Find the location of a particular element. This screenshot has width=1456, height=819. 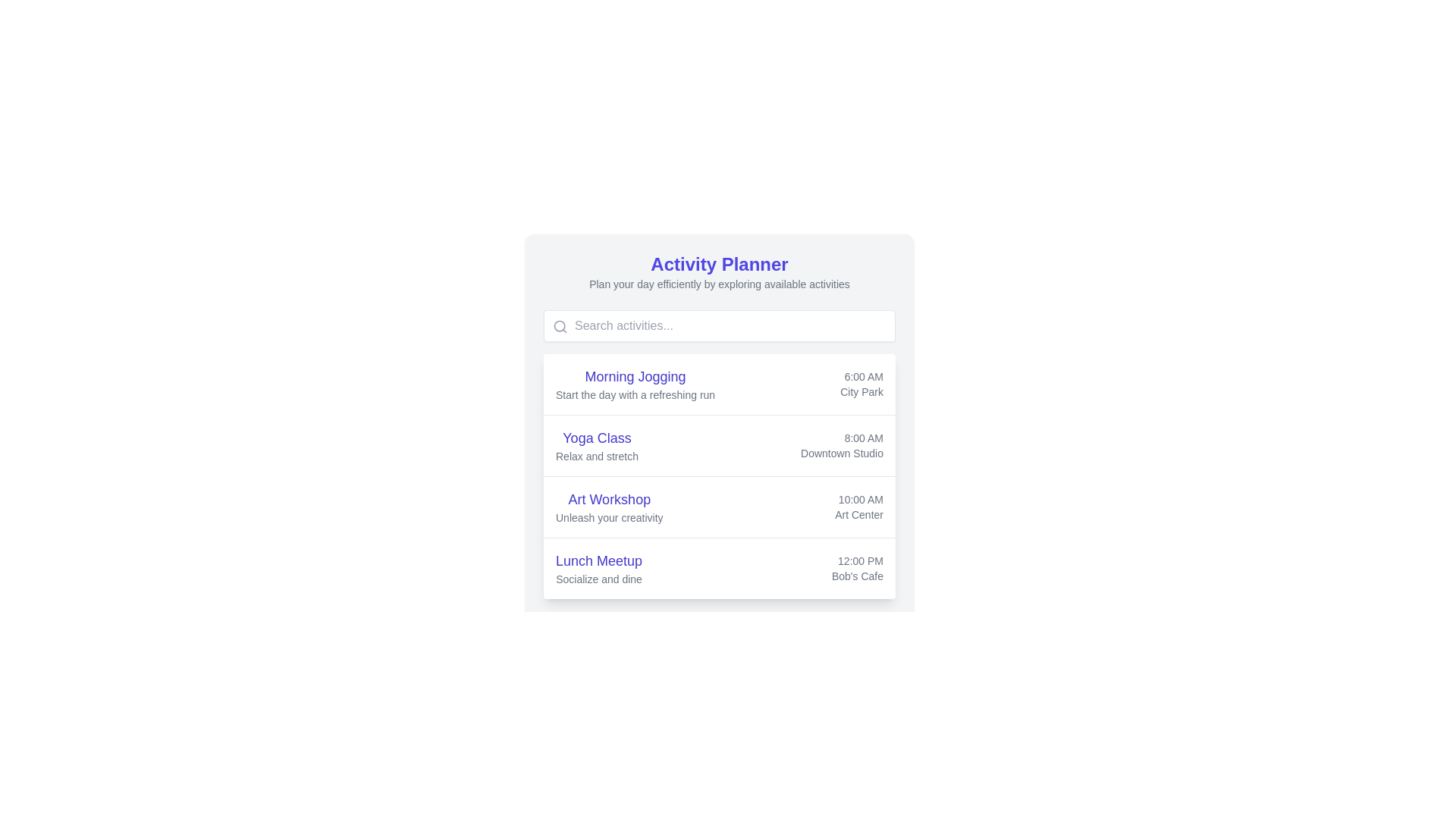

activity details from the text display element titled 'Morning Jogging' with the subtitle 'Start the day with a refreshing run' is located at coordinates (635, 383).